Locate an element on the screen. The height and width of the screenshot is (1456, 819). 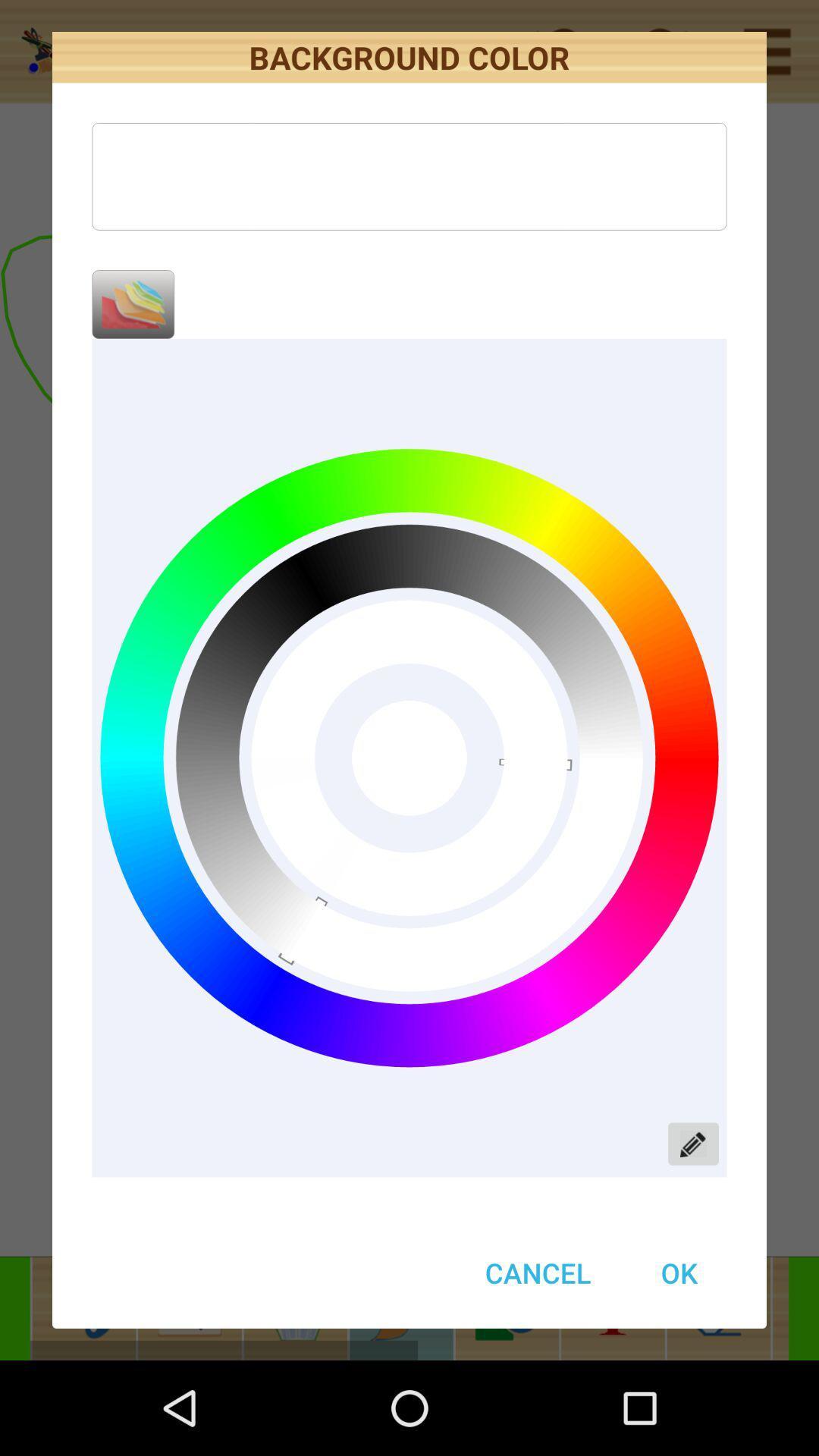
icon at the top left corner is located at coordinates (132, 303).